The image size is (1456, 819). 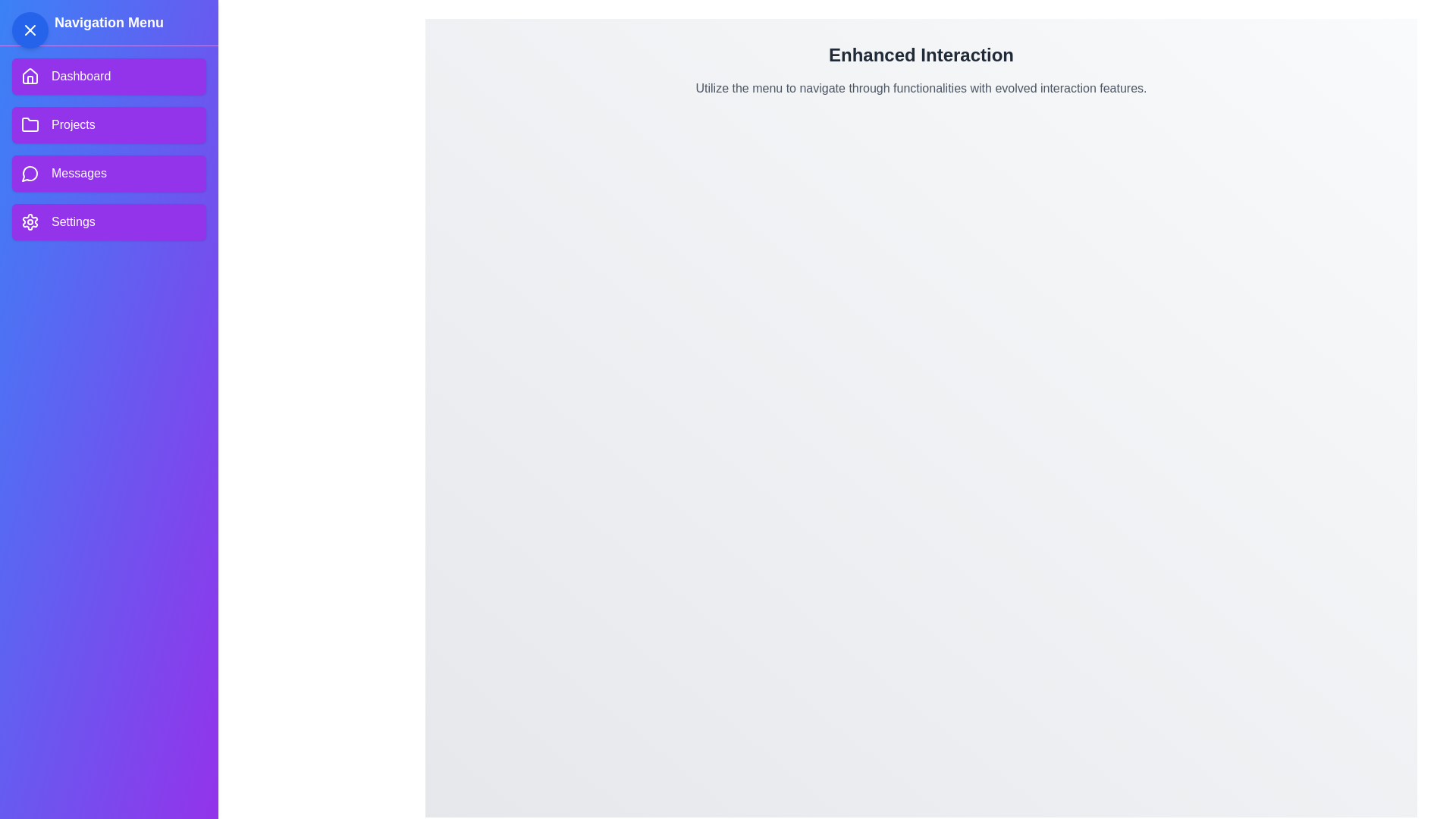 What do you see at coordinates (108, 124) in the screenshot?
I see `the Projects menu item in the navigation drawer` at bounding box center [108, 124].